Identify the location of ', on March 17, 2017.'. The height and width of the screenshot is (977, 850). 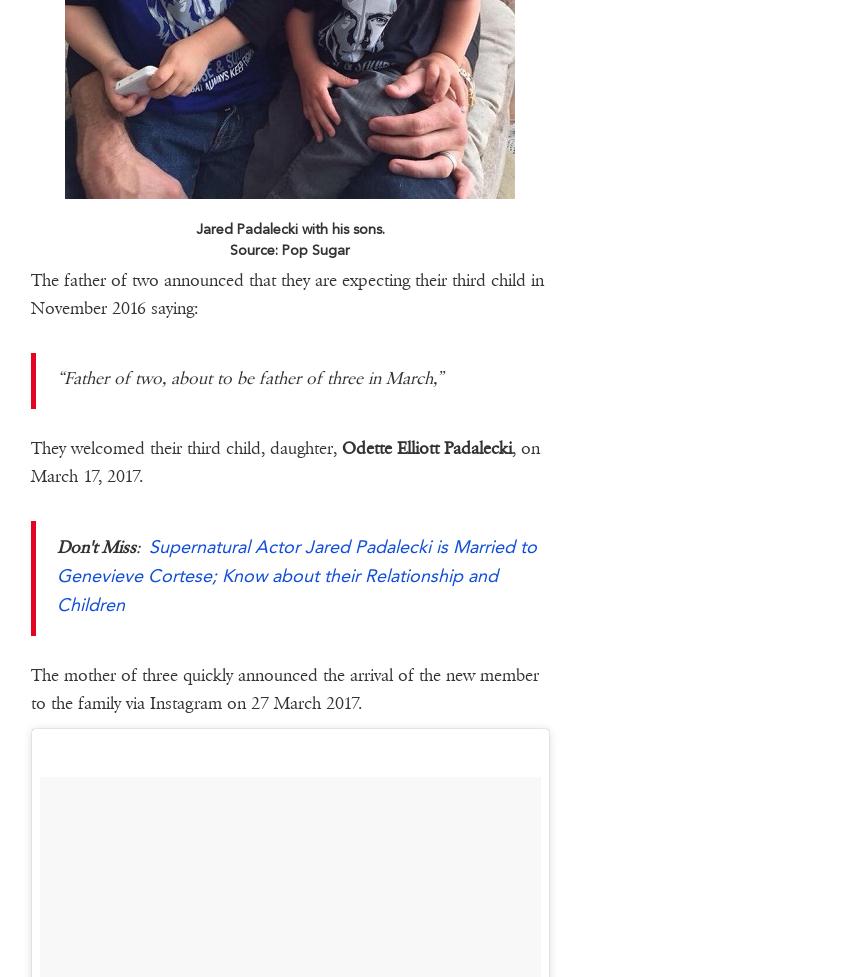
(283, 461).